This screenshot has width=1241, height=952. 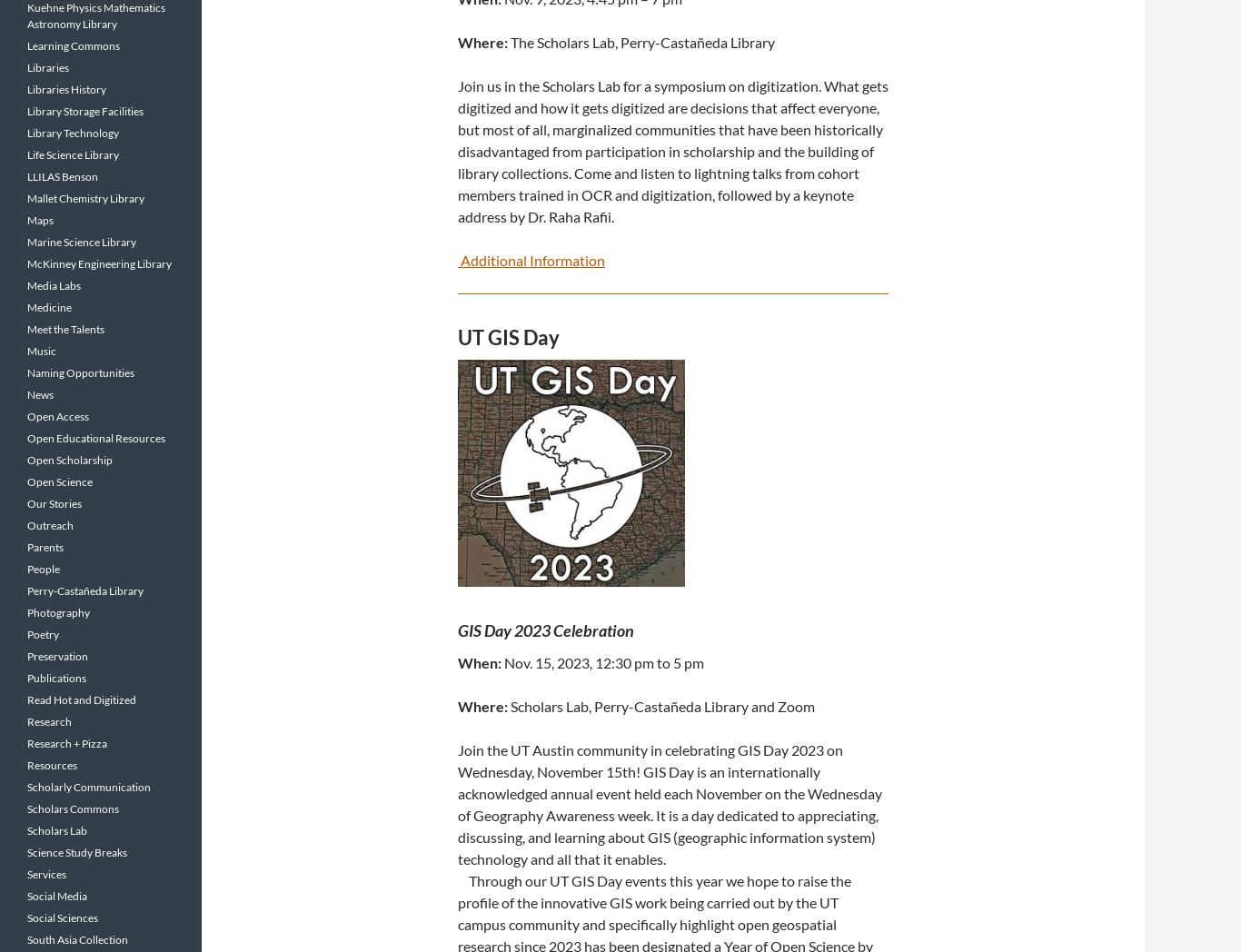 What do you see at coordinates (70, 460) in the screenshot?
I see `'Open Scholarship'` at bounding box center [70, 460].